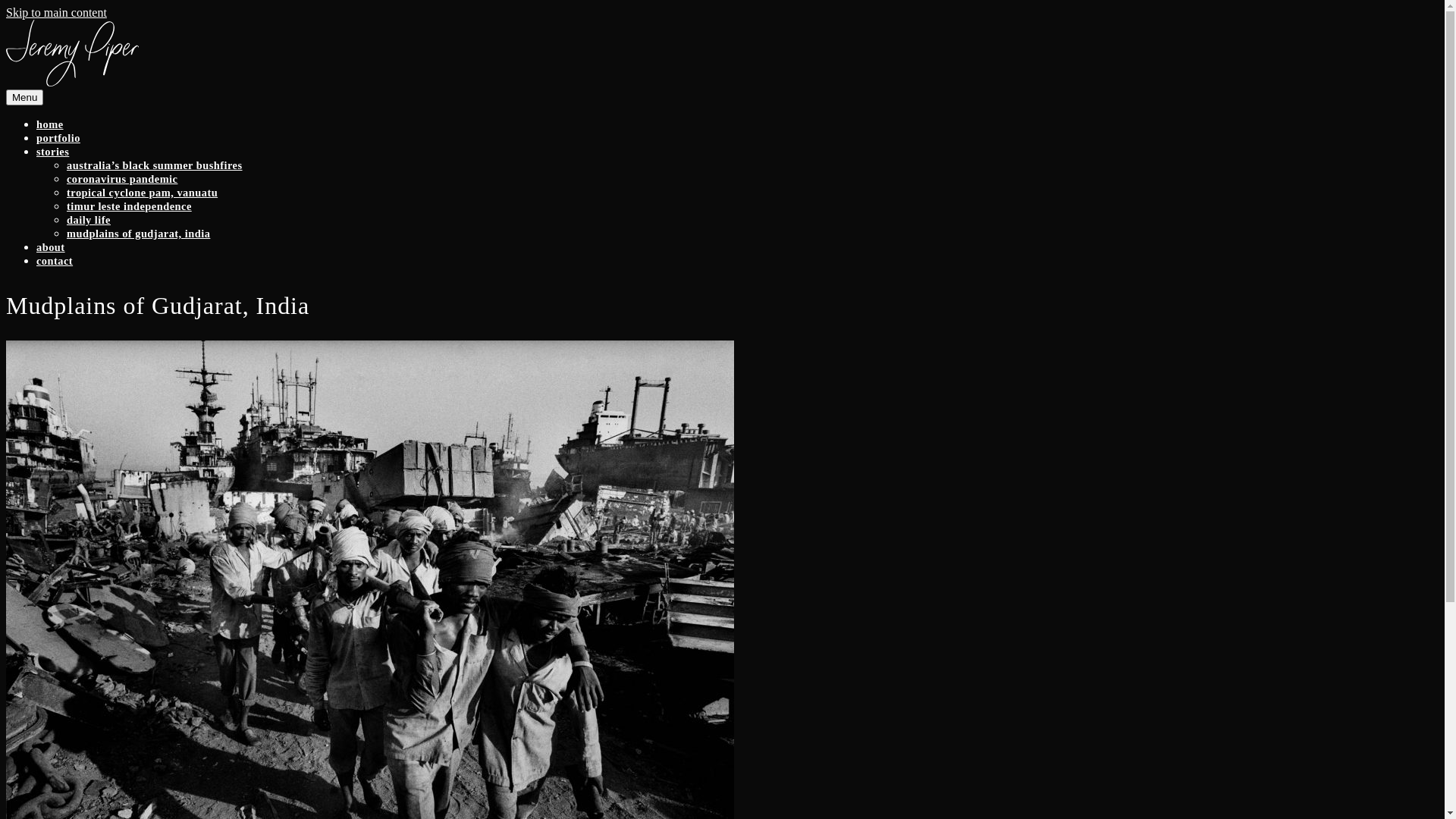 The image size is (1456, 819). I want to click on 'coronavirus pandemic', so click(65, 177).